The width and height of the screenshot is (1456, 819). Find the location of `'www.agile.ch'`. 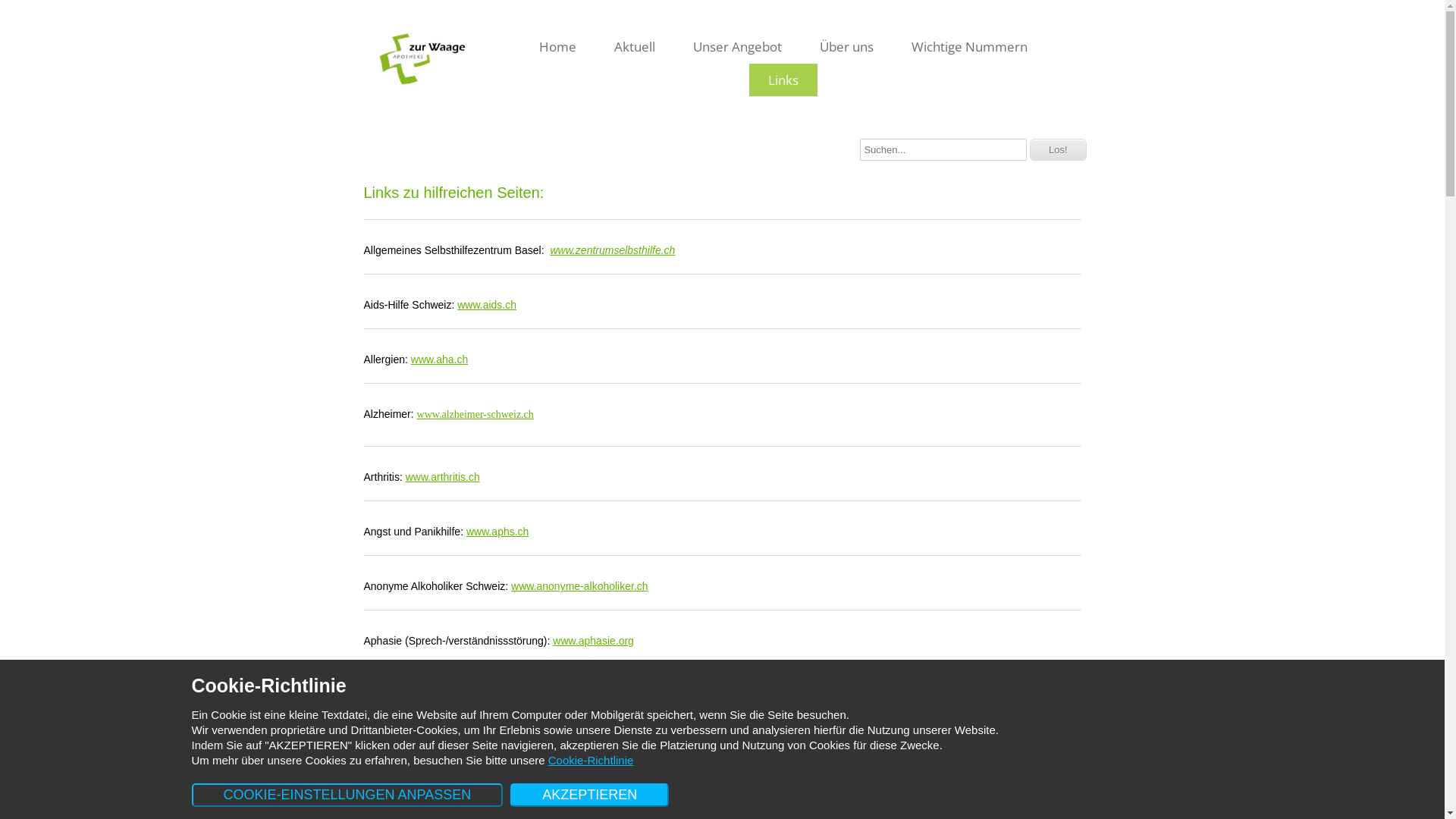

'www.agile.ch' is located at coordinates (552, 803).